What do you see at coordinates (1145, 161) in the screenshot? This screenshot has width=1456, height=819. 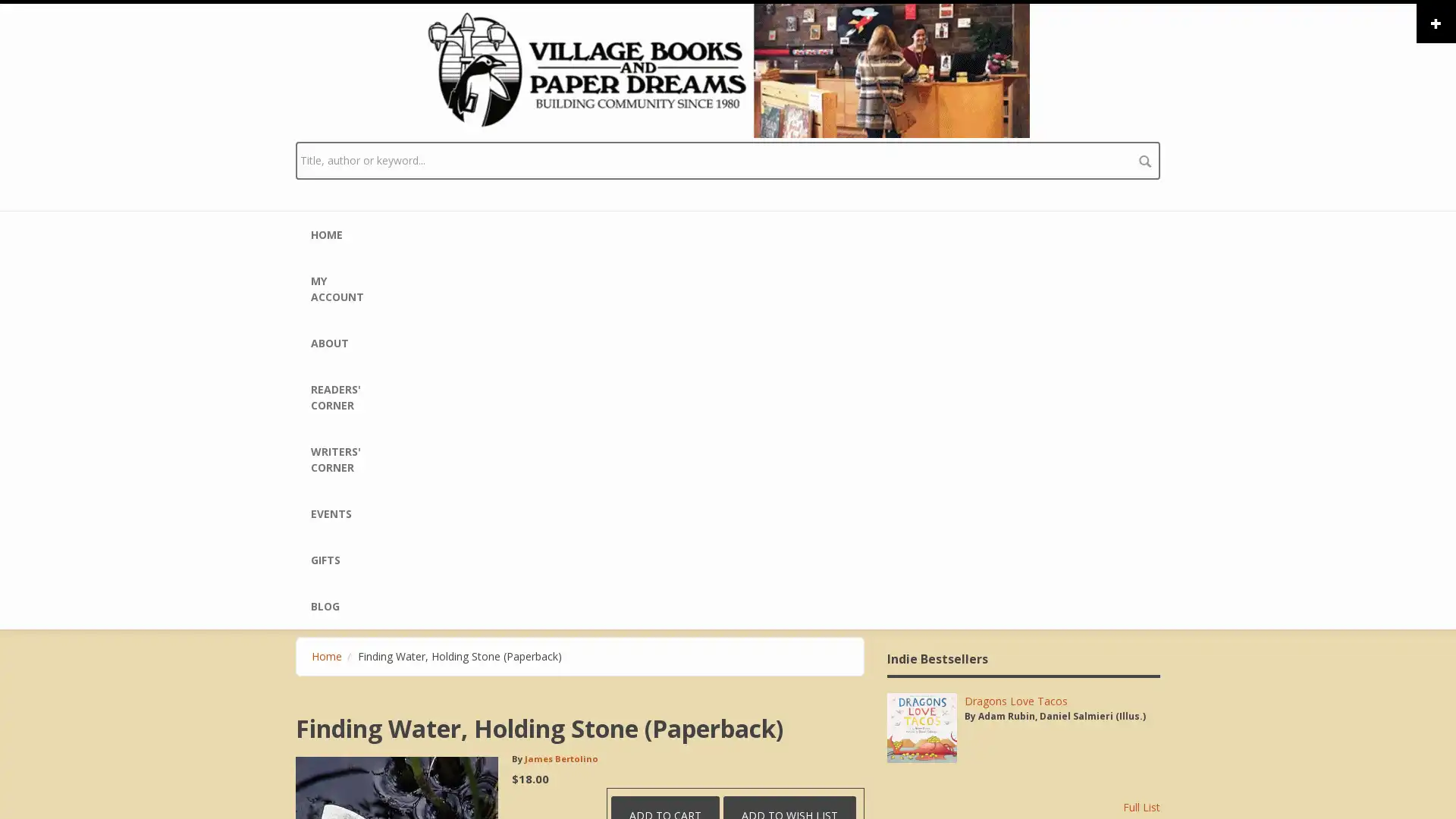 I see `search` at bounding box center [1145, 161].